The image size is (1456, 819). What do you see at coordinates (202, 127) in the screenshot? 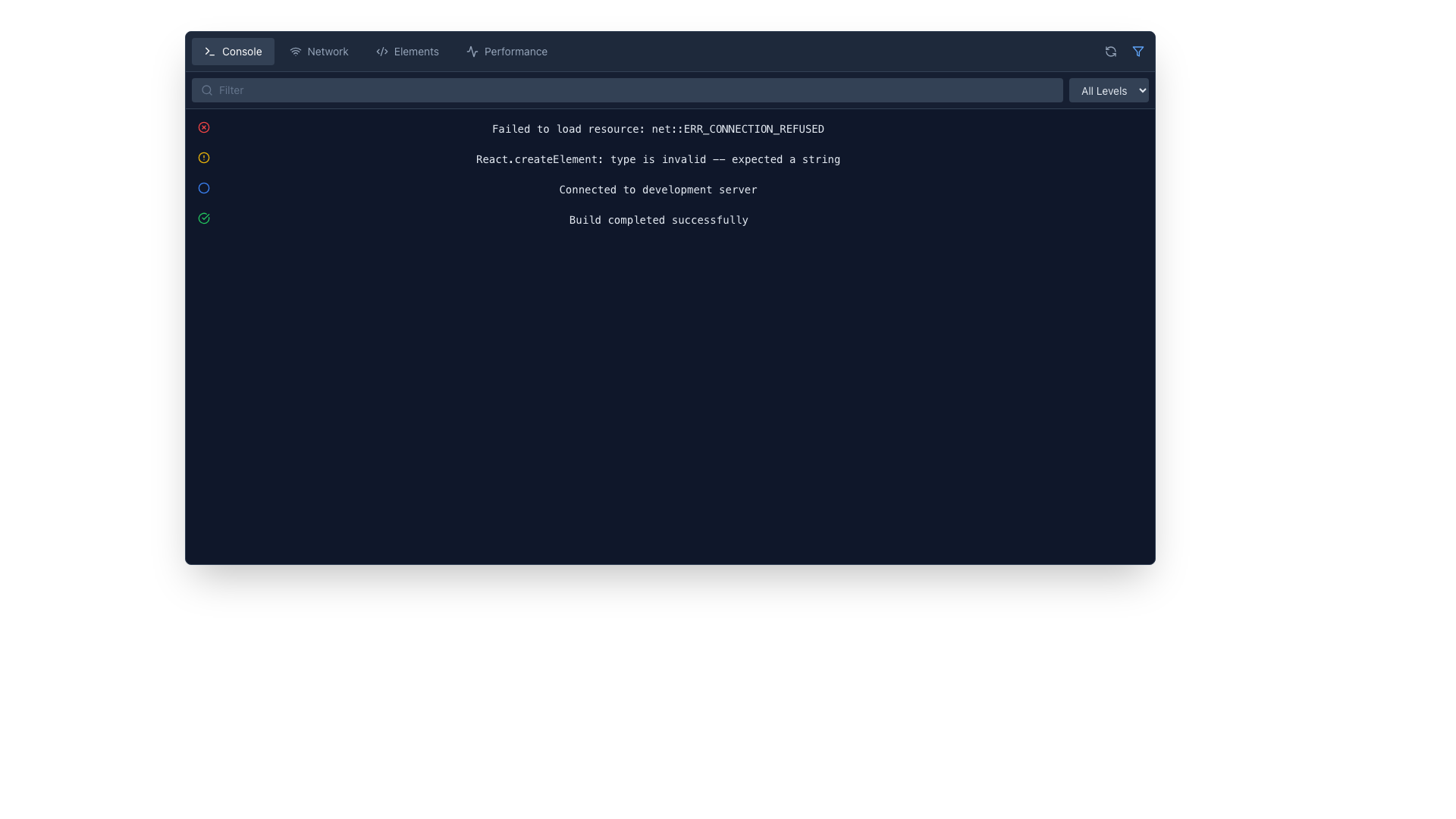
I see `the red circular icon with a white cross, located at the leftmost part of the row, indicating an error notification` at bounding box center [202, 127].